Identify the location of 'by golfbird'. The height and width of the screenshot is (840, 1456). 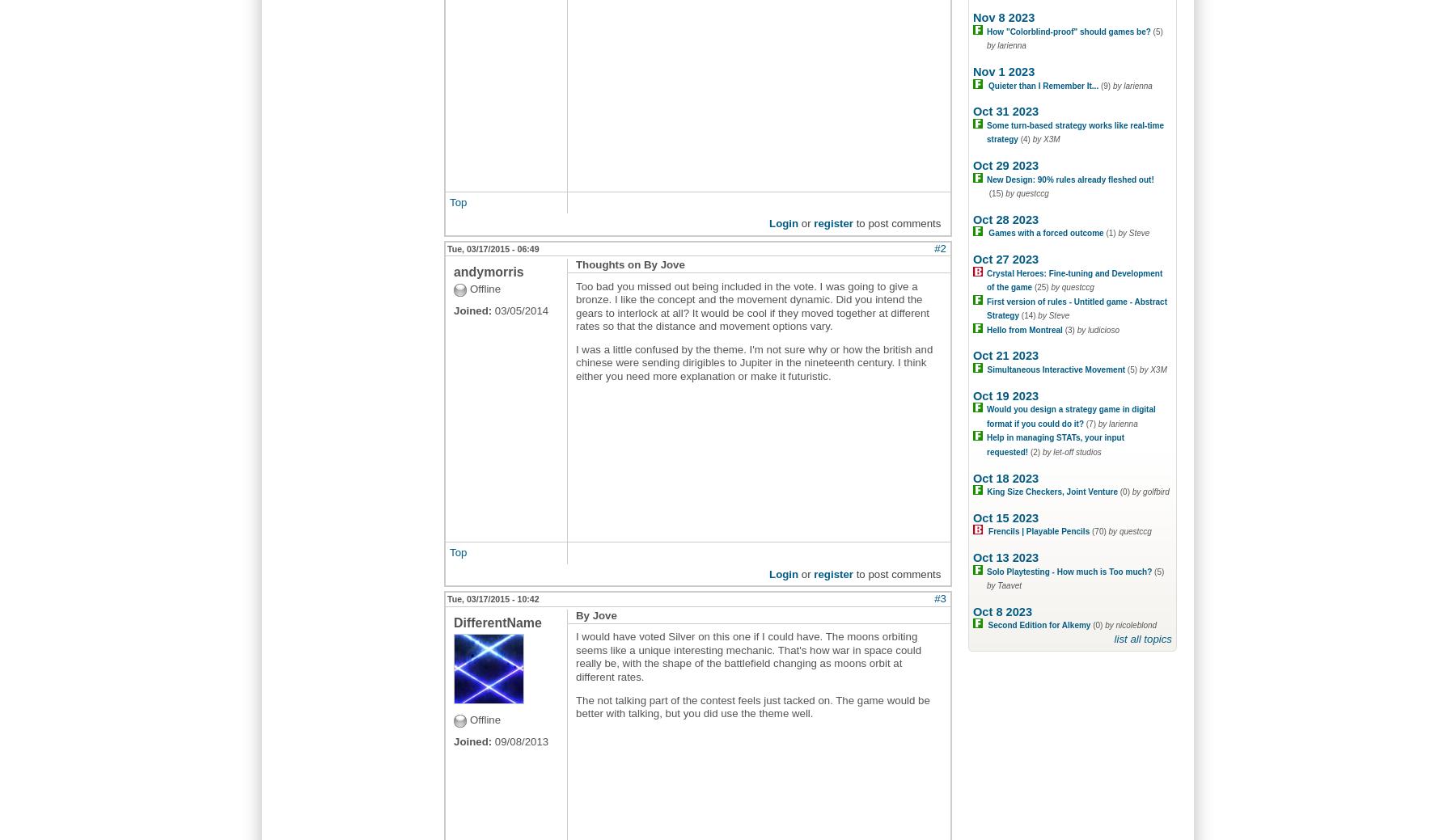
(1149, 492).